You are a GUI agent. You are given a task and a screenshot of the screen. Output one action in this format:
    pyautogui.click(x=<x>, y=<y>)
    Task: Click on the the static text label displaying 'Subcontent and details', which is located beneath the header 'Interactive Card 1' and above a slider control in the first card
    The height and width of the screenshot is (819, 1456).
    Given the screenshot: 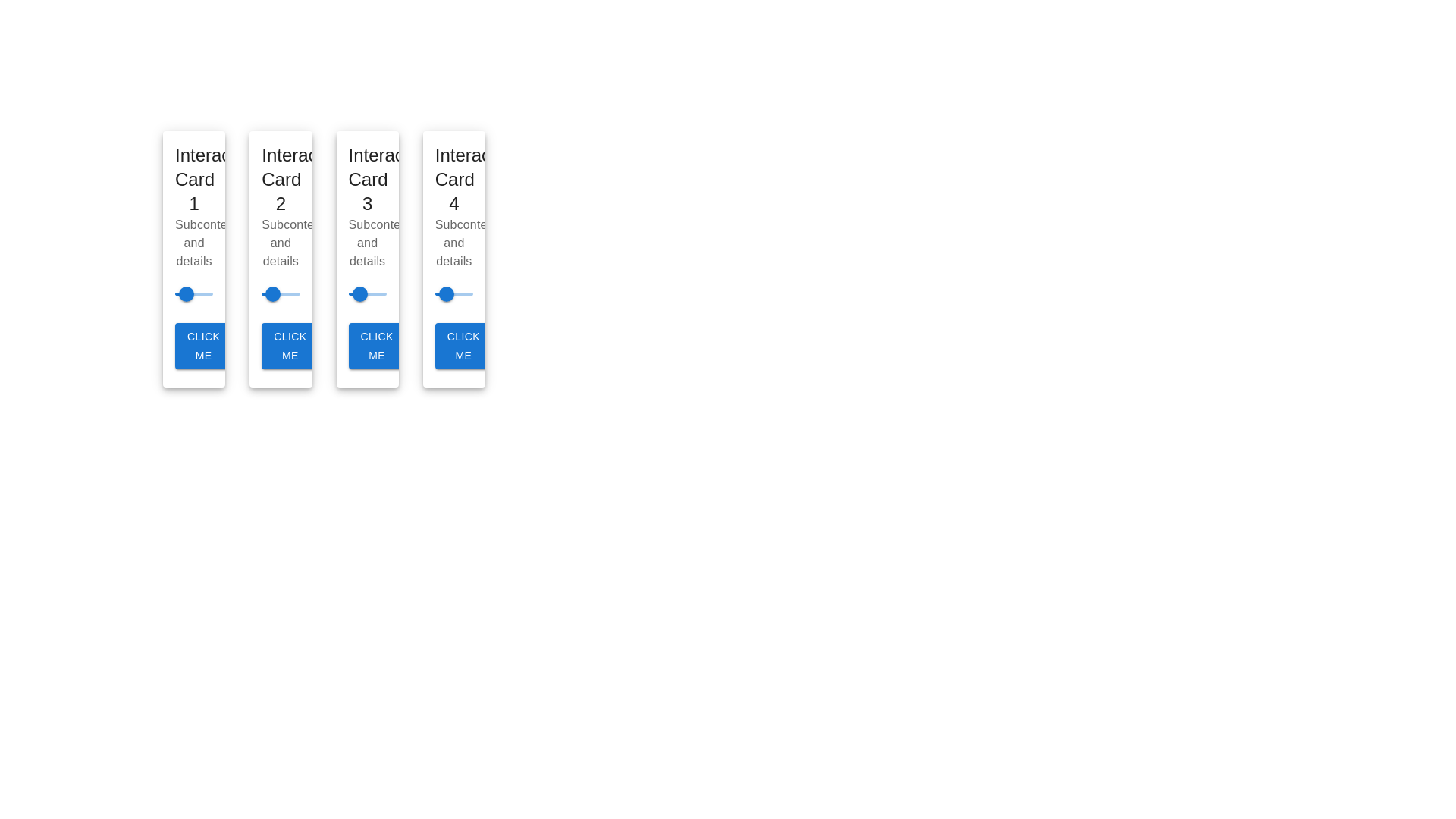 What is the action you would take?
    pyautogui.click(x=193, y=243)
    